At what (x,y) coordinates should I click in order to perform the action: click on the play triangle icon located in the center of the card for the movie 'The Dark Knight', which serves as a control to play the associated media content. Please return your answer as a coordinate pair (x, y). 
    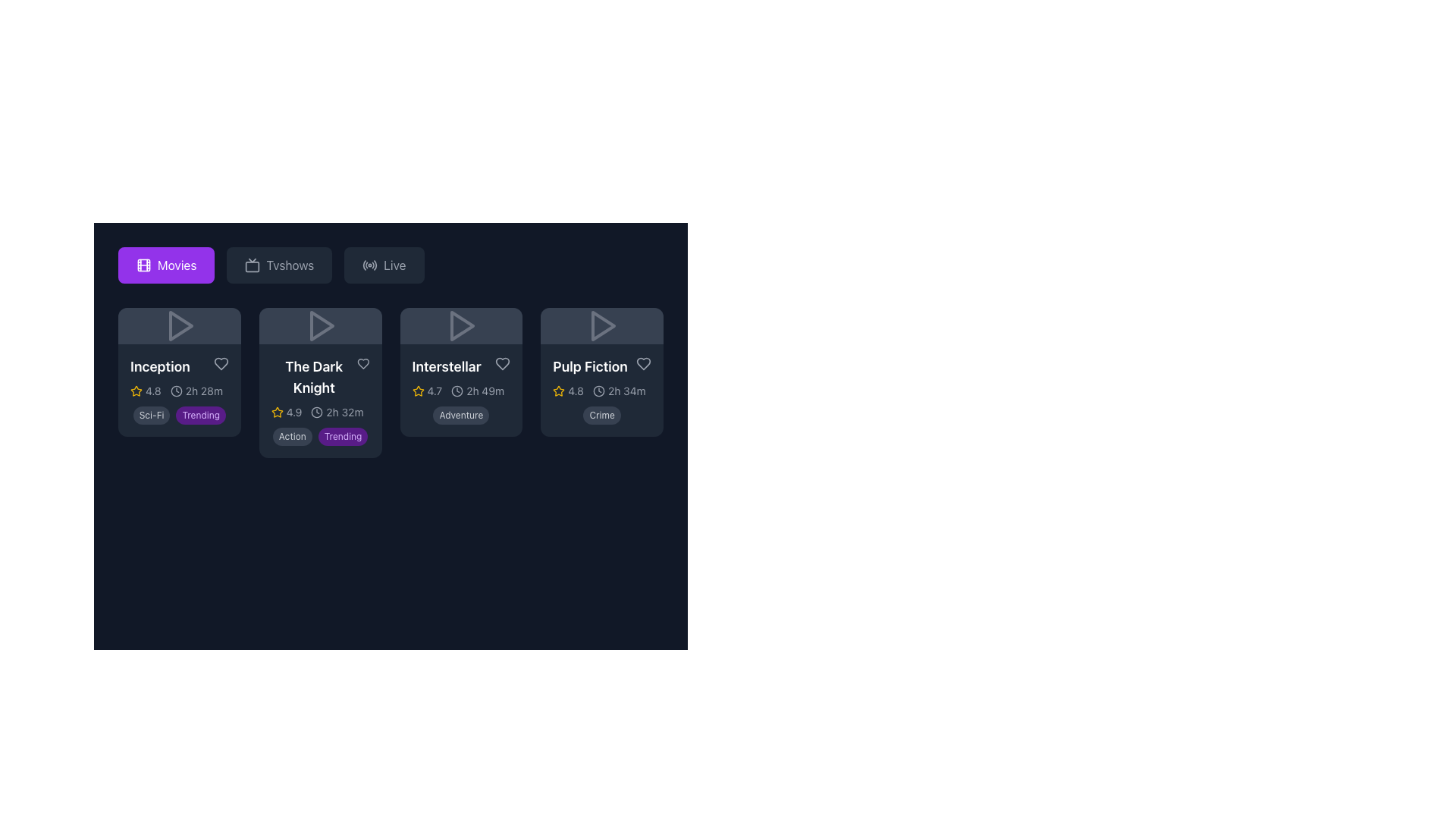
    Looking at the image, I should click on (319, 325).